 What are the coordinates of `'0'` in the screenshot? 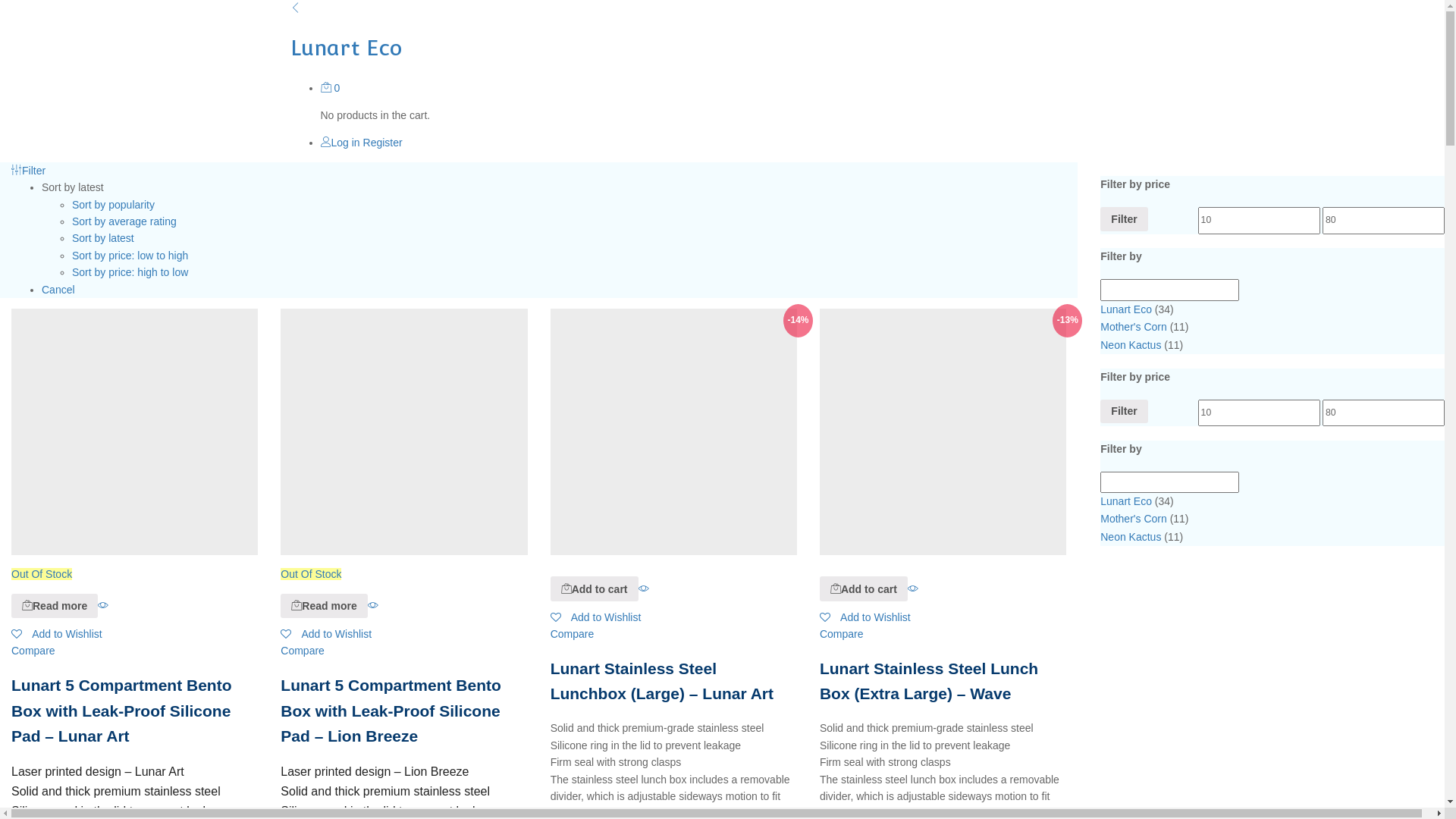 It's located at (329, 87).